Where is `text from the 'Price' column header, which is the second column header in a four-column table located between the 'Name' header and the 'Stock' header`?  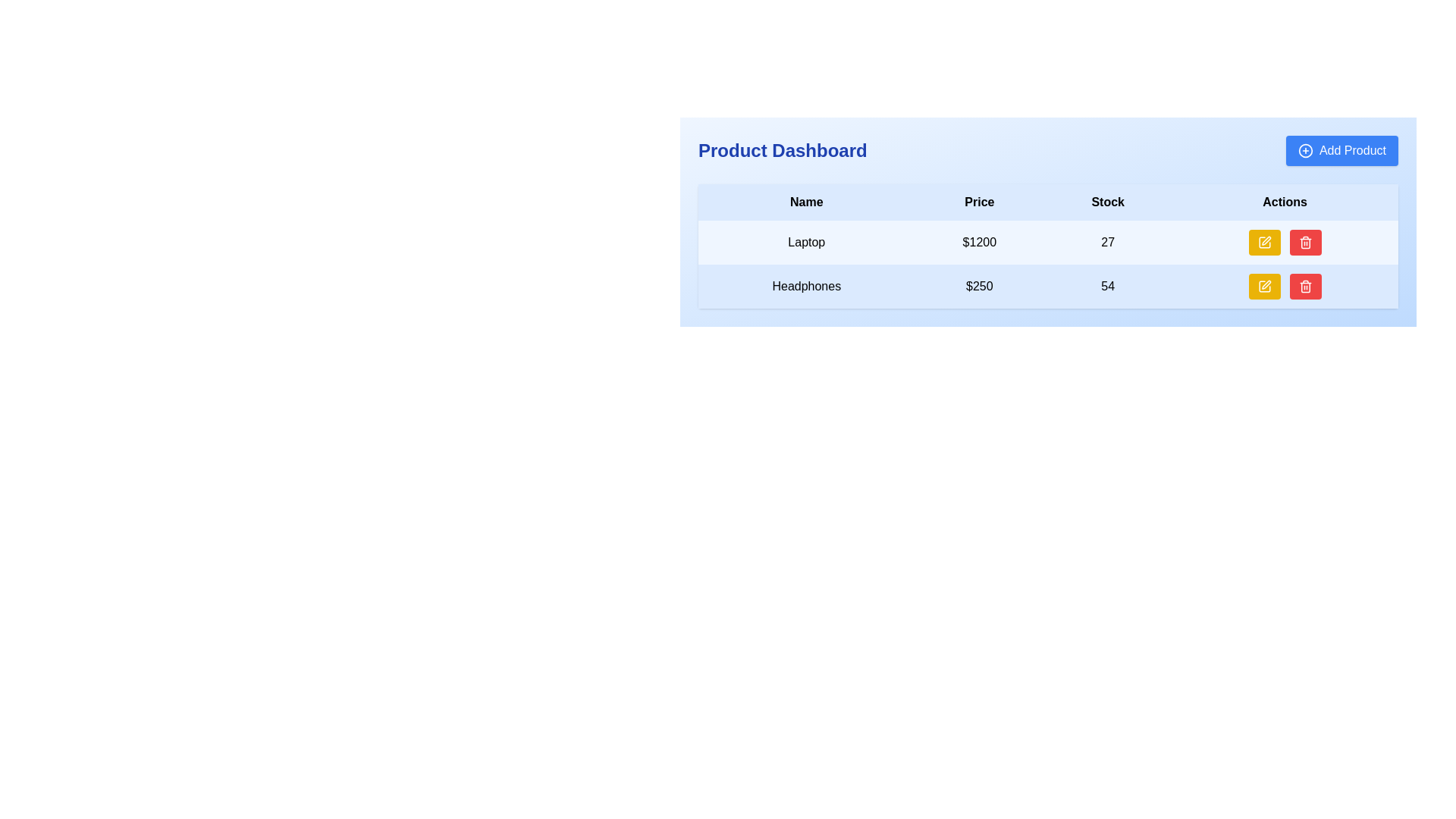
text from the 'Price' column header, which is the second column header in a four-column table located between the 'Name' header and the 'Stock' header is located at coordinates (979, 201).